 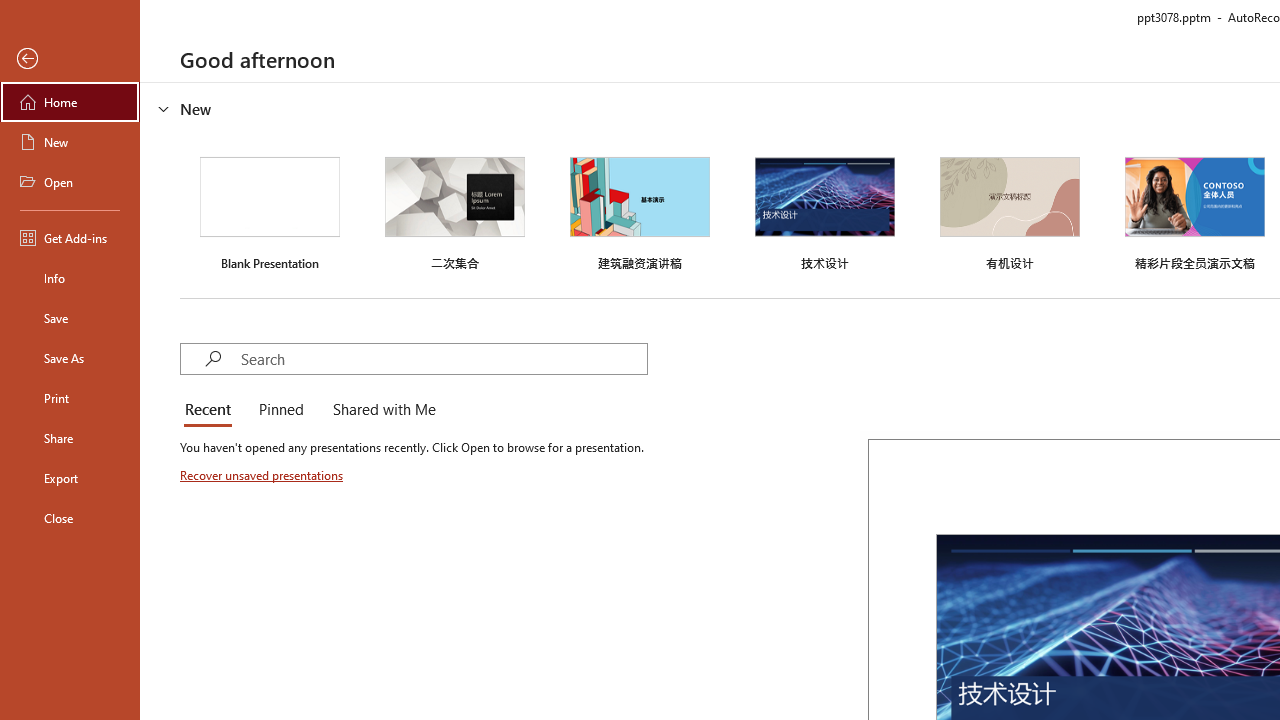 I want to click on 'Shared with Me', so click(x=380, y=410).